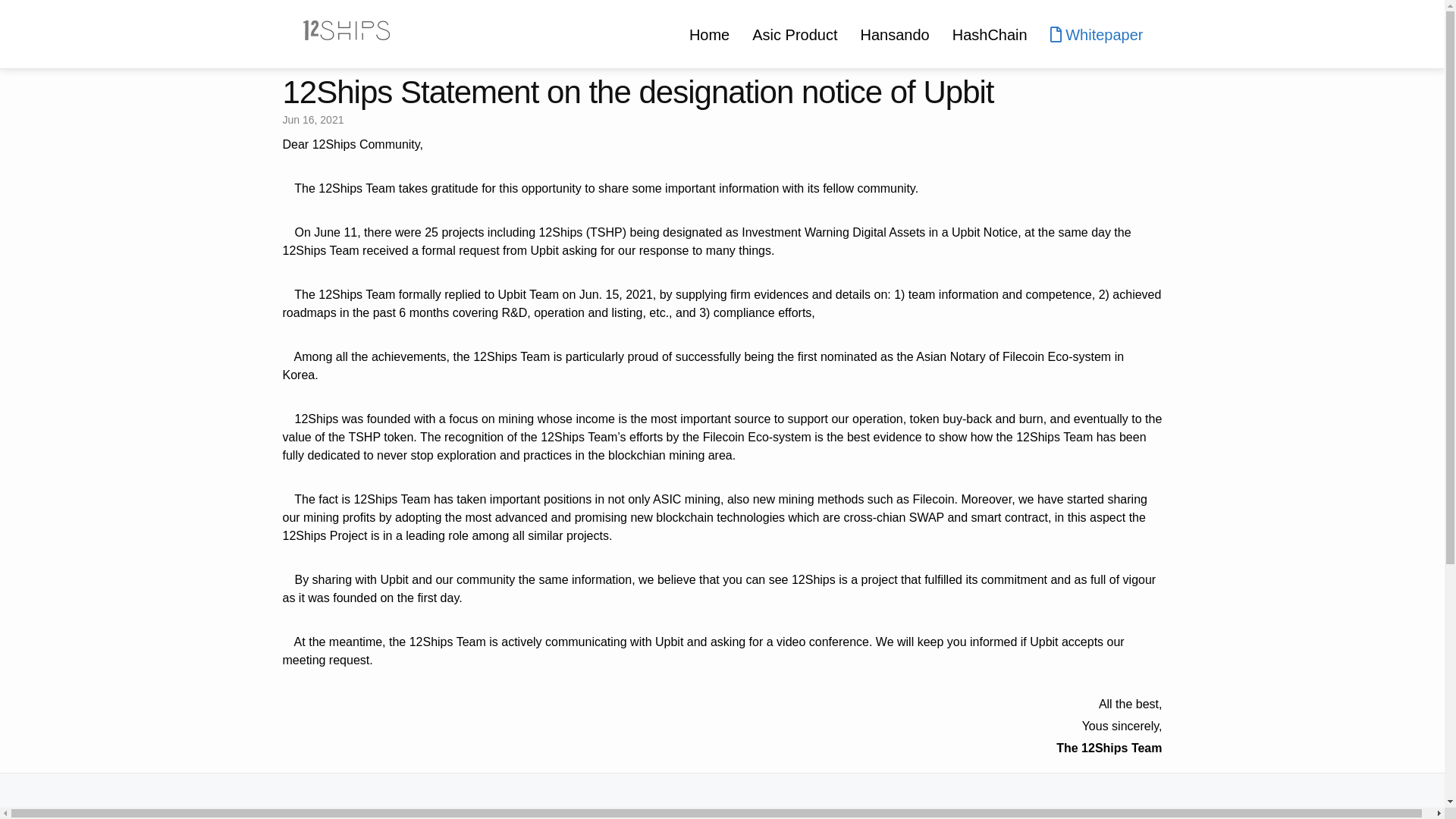 This screenshot has width=1456, height=819. What do you see at coordinates (895, 34) in the screenshot?
I see `'Hansando'` at bounding box center [895, 34].